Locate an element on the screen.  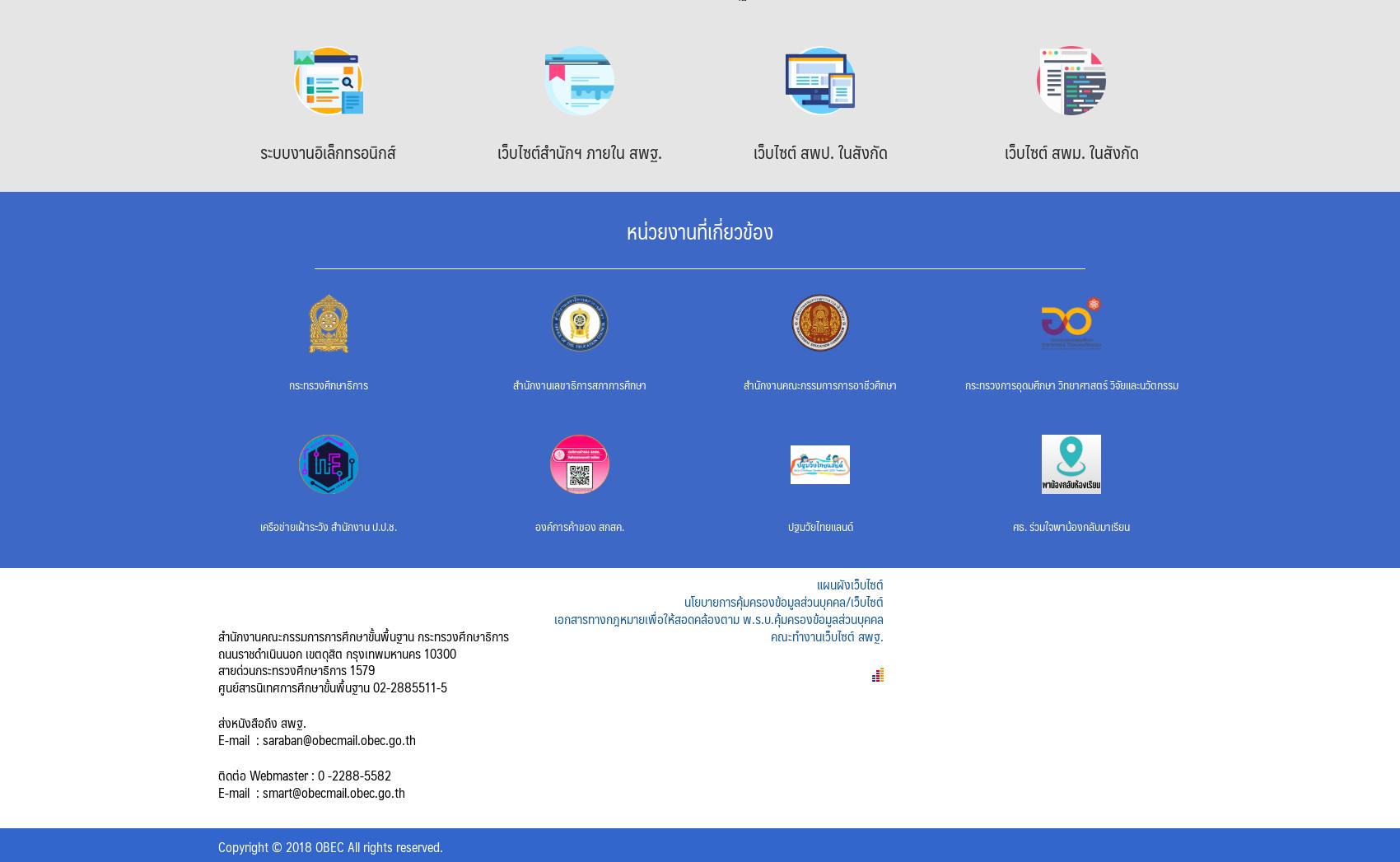
'เอกสารทางกฎหมายเพื่อให้สอดคล้องตาม พ.ร.บ.คุ้มครองข้อมูลส่วนบุคคล' is located at coordinates (717, 617).